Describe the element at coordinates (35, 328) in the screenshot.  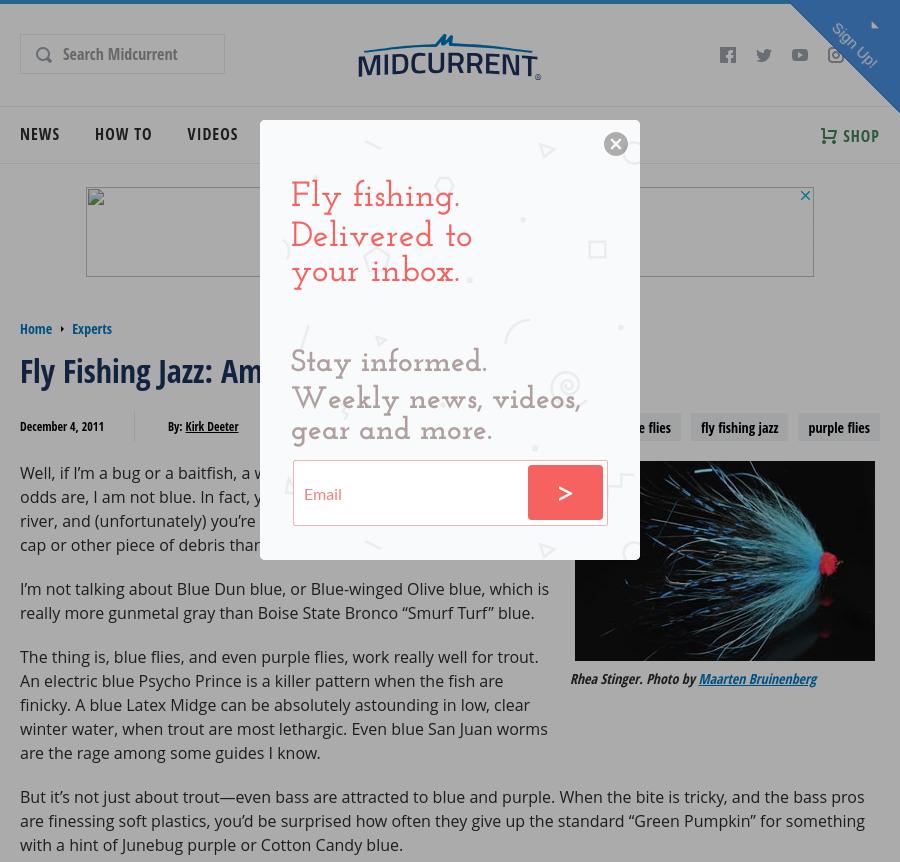
I see `'Home'` at that location.